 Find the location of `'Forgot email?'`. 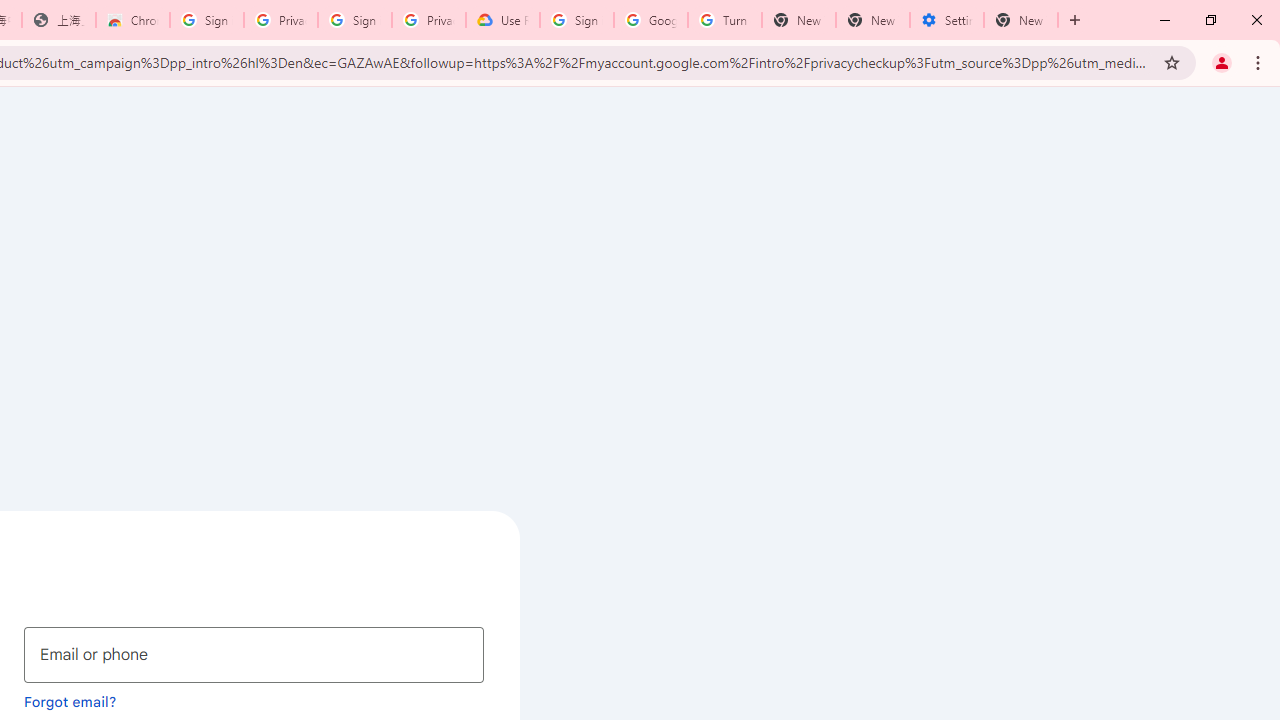

'Forgot email?' is located at coordinates (70, 700).